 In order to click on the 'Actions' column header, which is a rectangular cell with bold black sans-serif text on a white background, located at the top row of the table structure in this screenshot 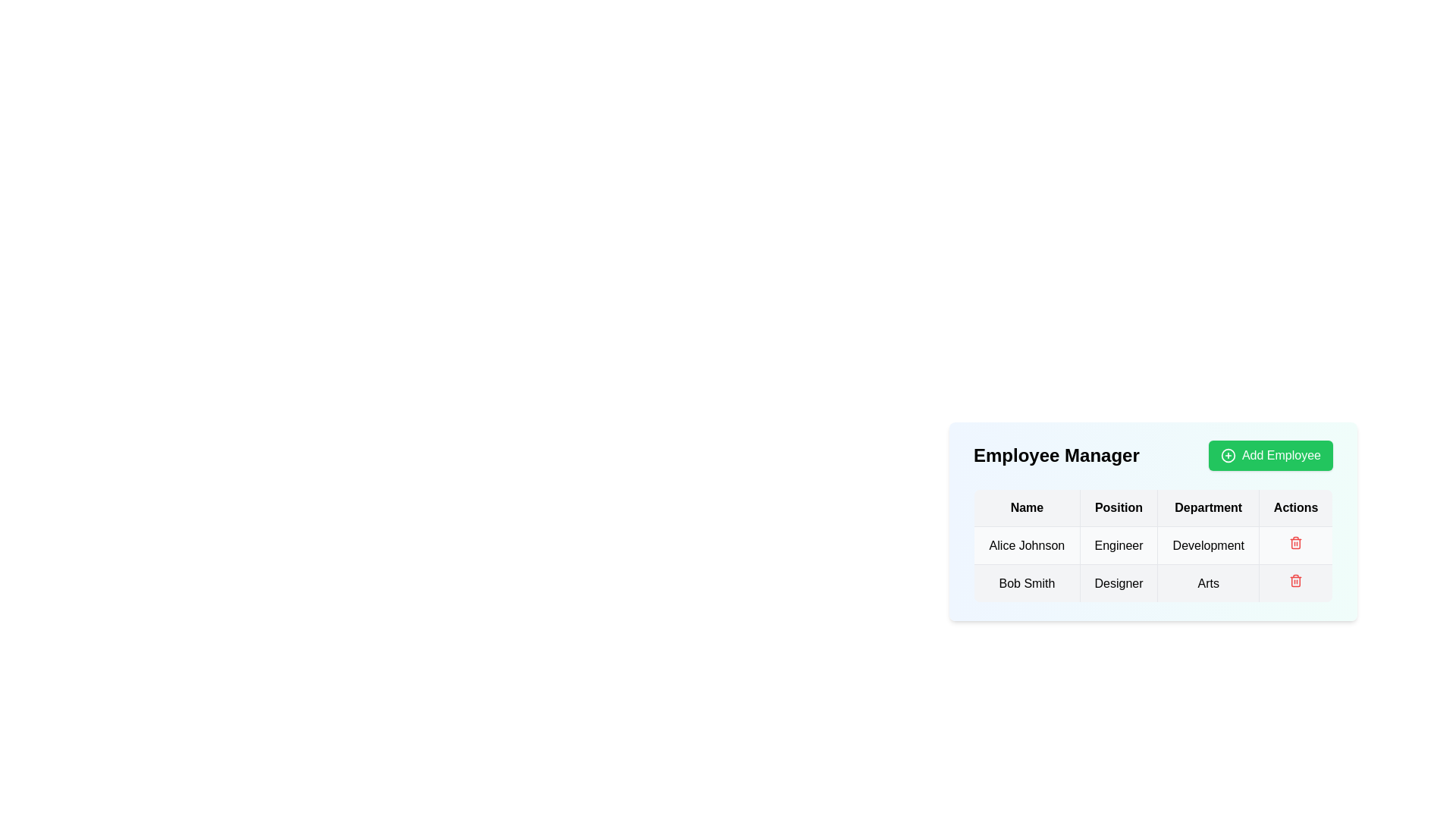, I will do `click(1295, 508)`.